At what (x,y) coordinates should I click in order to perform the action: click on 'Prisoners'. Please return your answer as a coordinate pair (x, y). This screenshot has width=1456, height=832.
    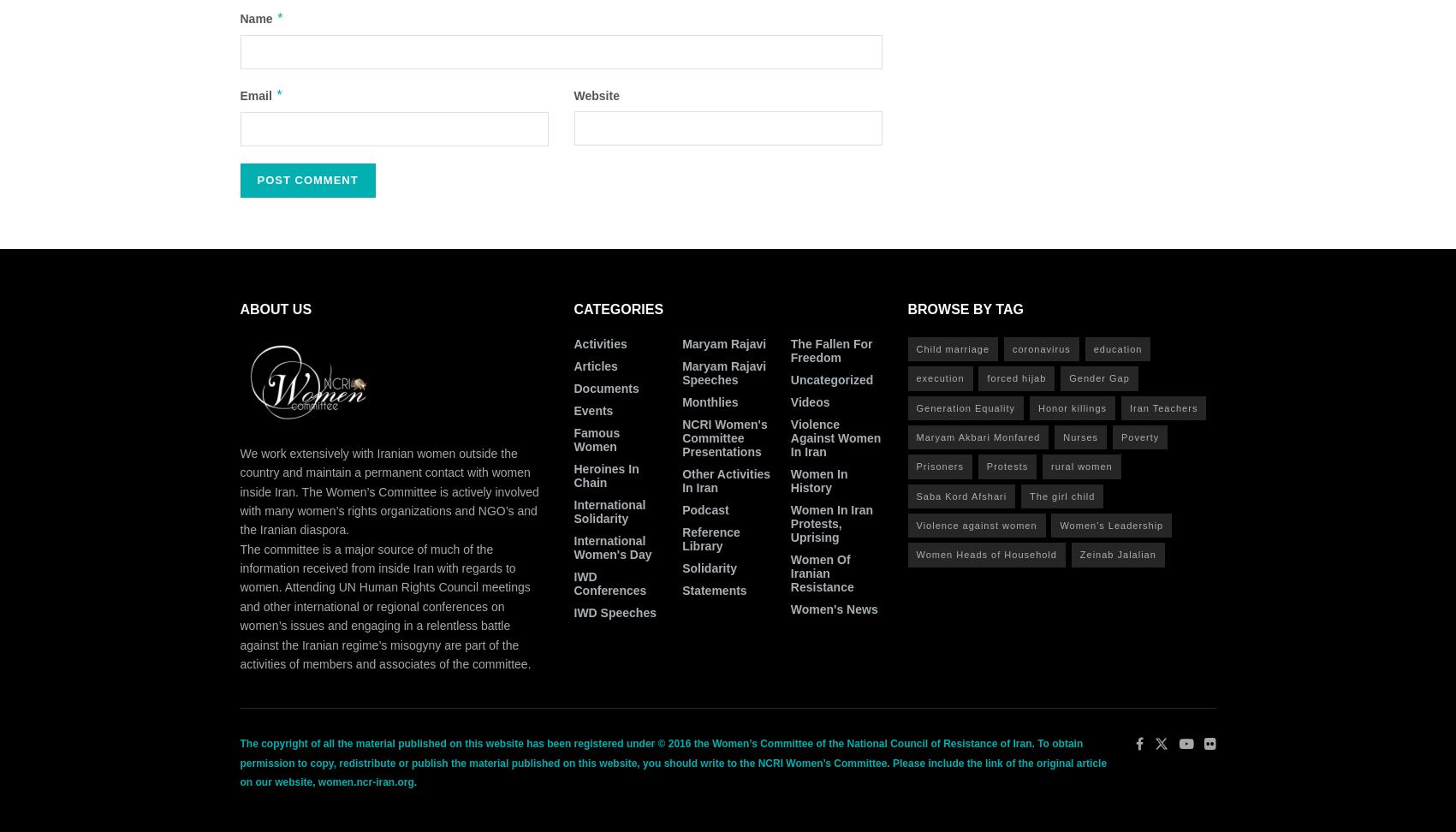
    Looking at the image, I should click on (915, 467).